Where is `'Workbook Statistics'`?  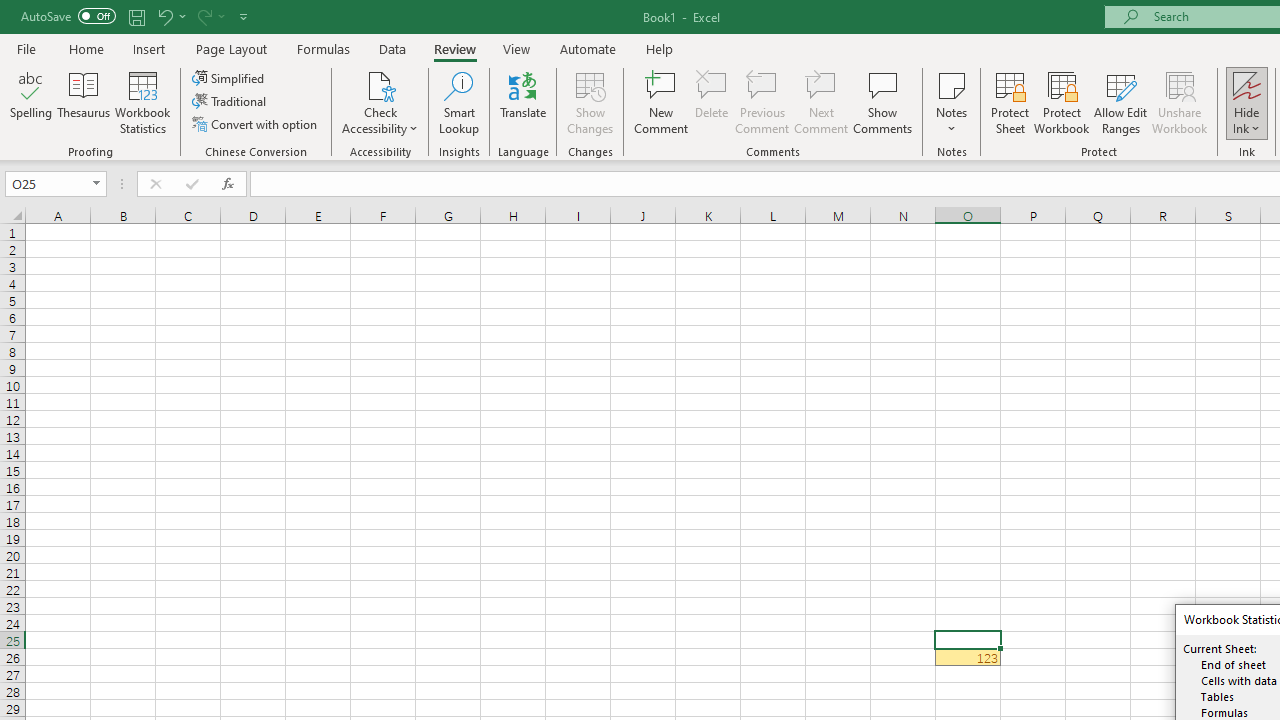
'Workbook Statistics' is located at coordinates (141, 103).